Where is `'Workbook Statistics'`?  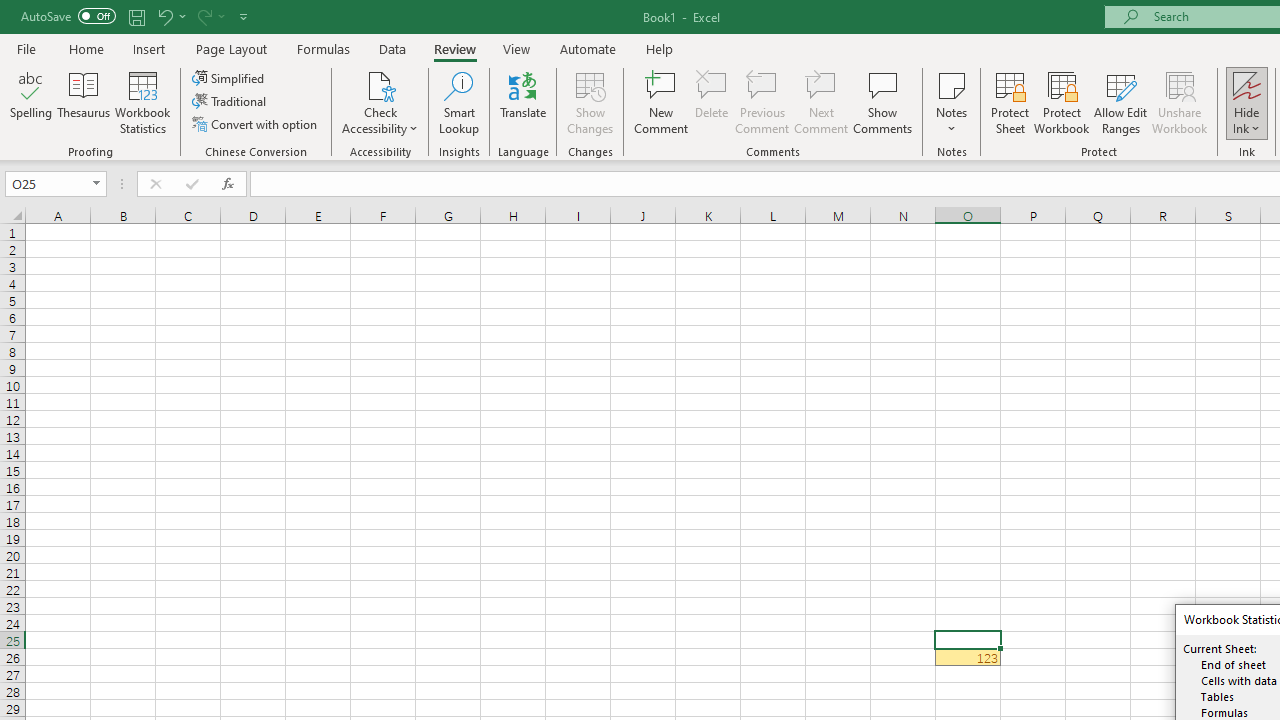
'Workbook Statistics' is located at coordinates (141, 103).